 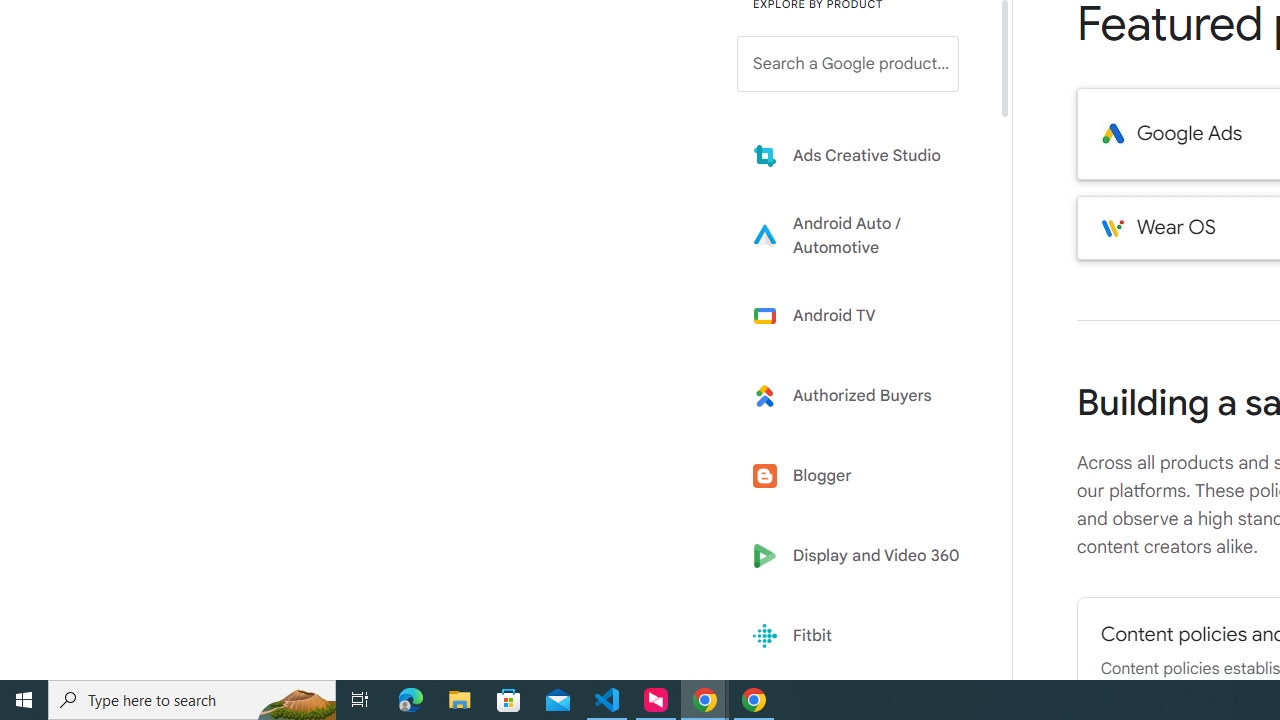 I want to click on 'Display and Video 360', so click(x=862, y=556).